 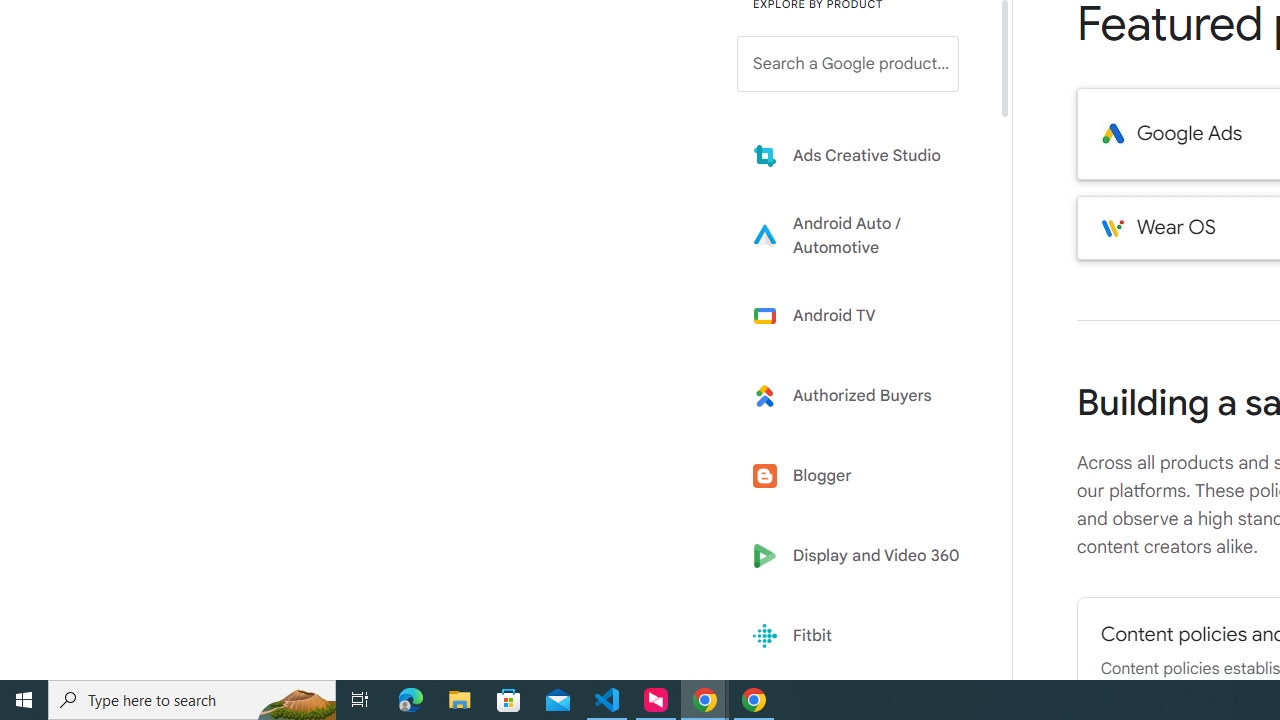 I want to click on 'Display and Video 360', so click(x=862, y=556).